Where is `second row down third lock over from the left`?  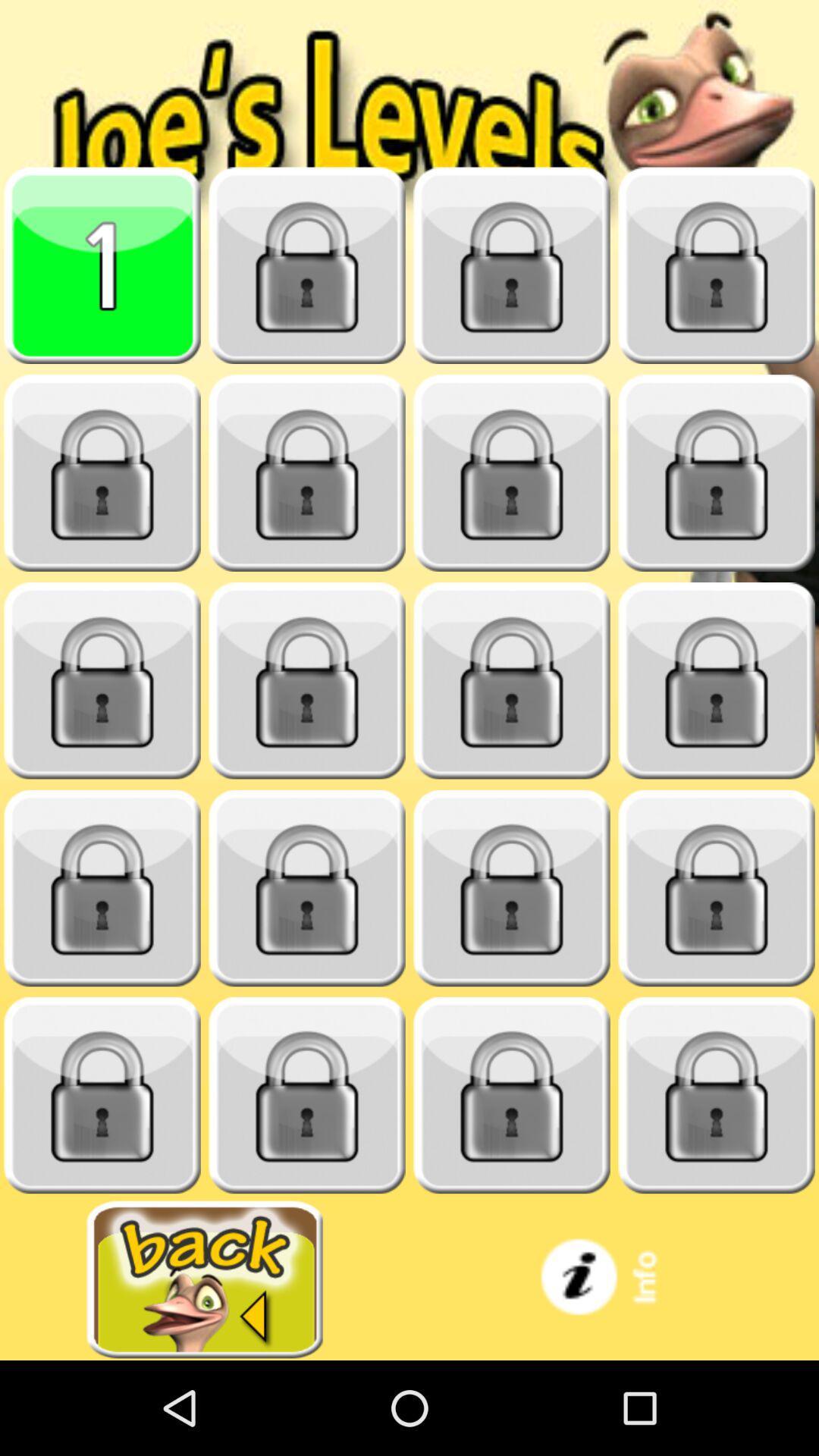
second row down third lock over from the left is located at coordinates (512, 472).